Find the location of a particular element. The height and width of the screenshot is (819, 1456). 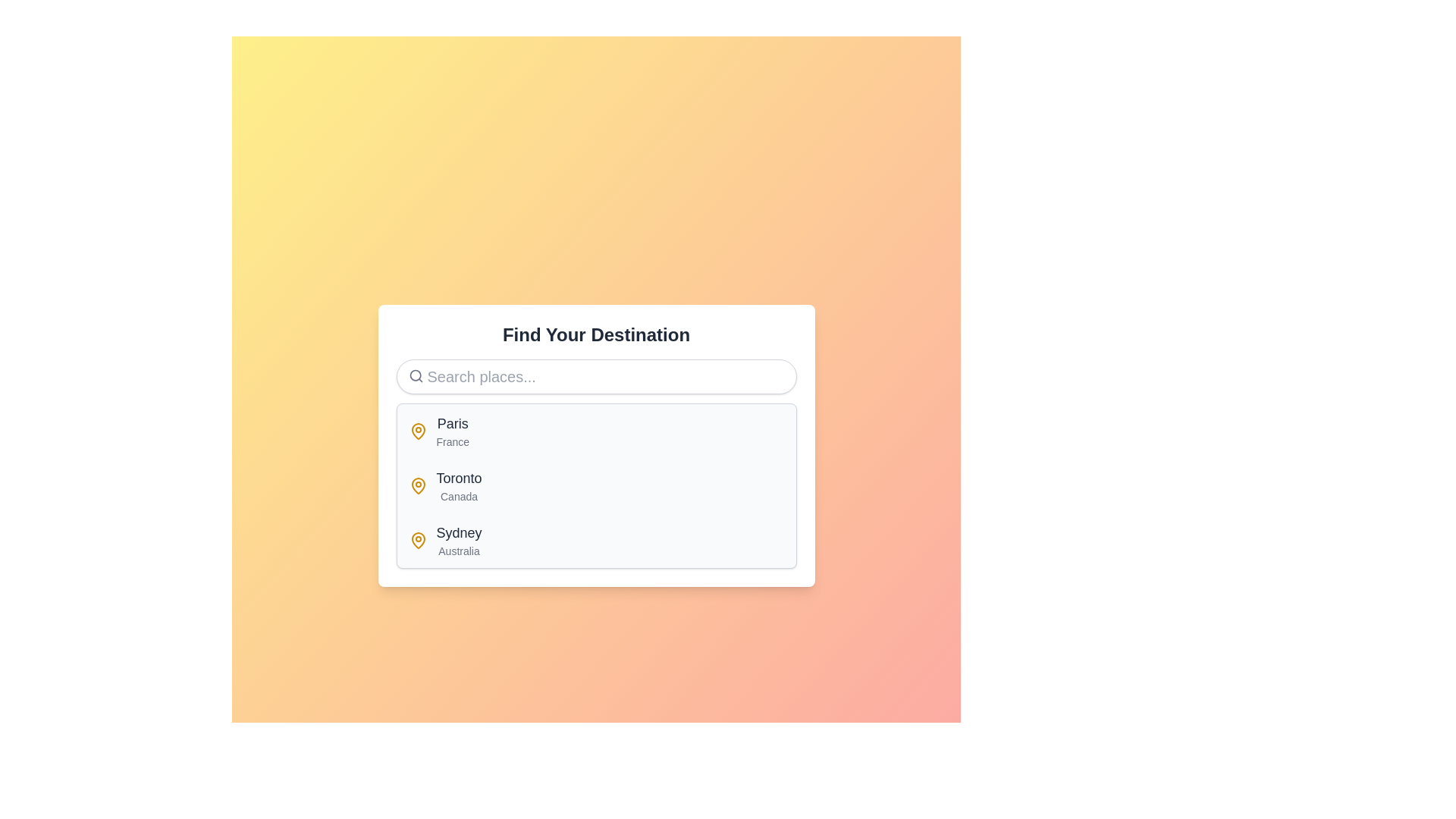

the text label that displays 'France', which is styled in light gray and located below the bold 'Paris' text is located at coordinates (452, 441).